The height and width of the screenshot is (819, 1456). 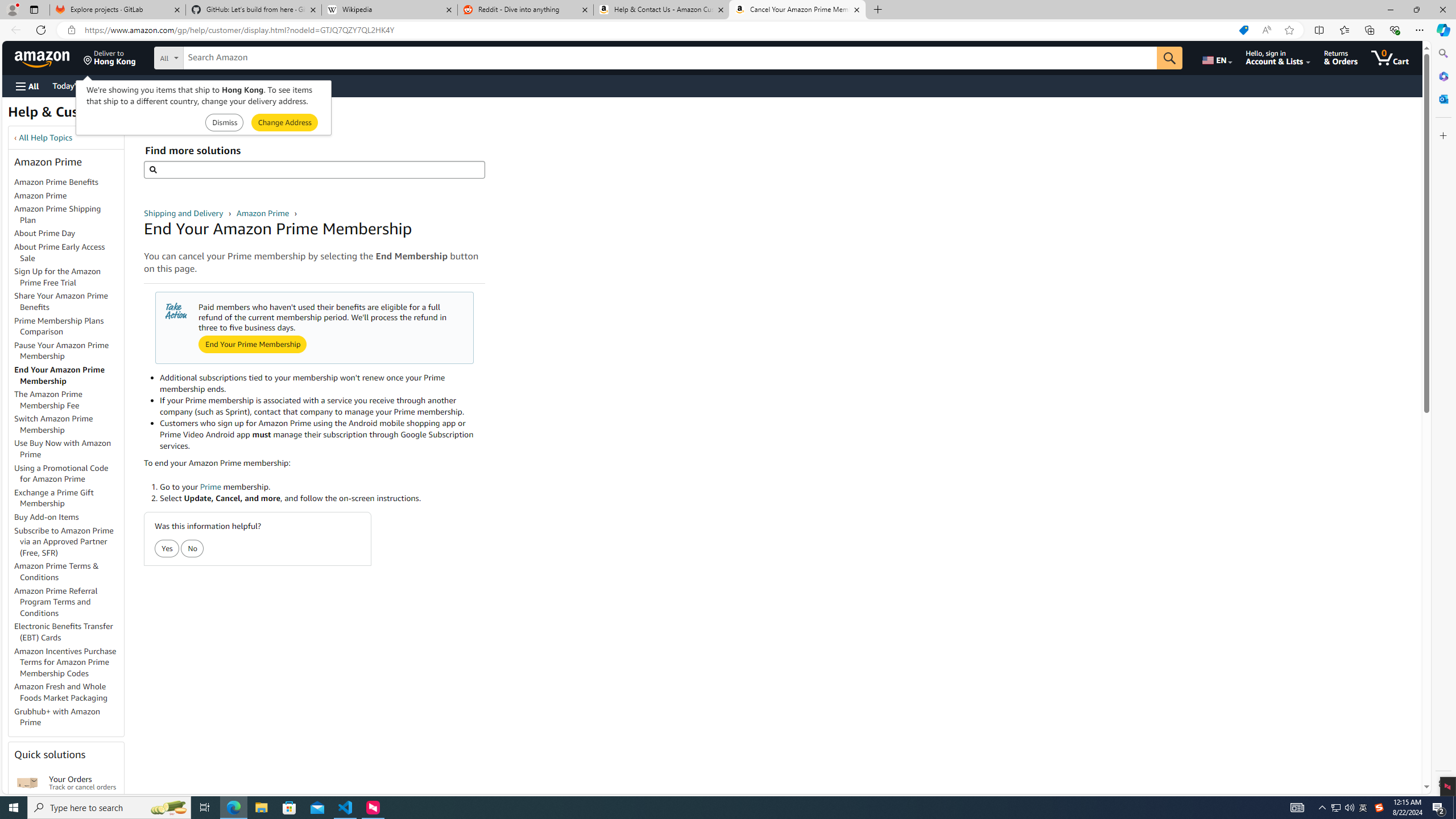 I want to click on '0 items in cart', so click(x=1389, y=57).